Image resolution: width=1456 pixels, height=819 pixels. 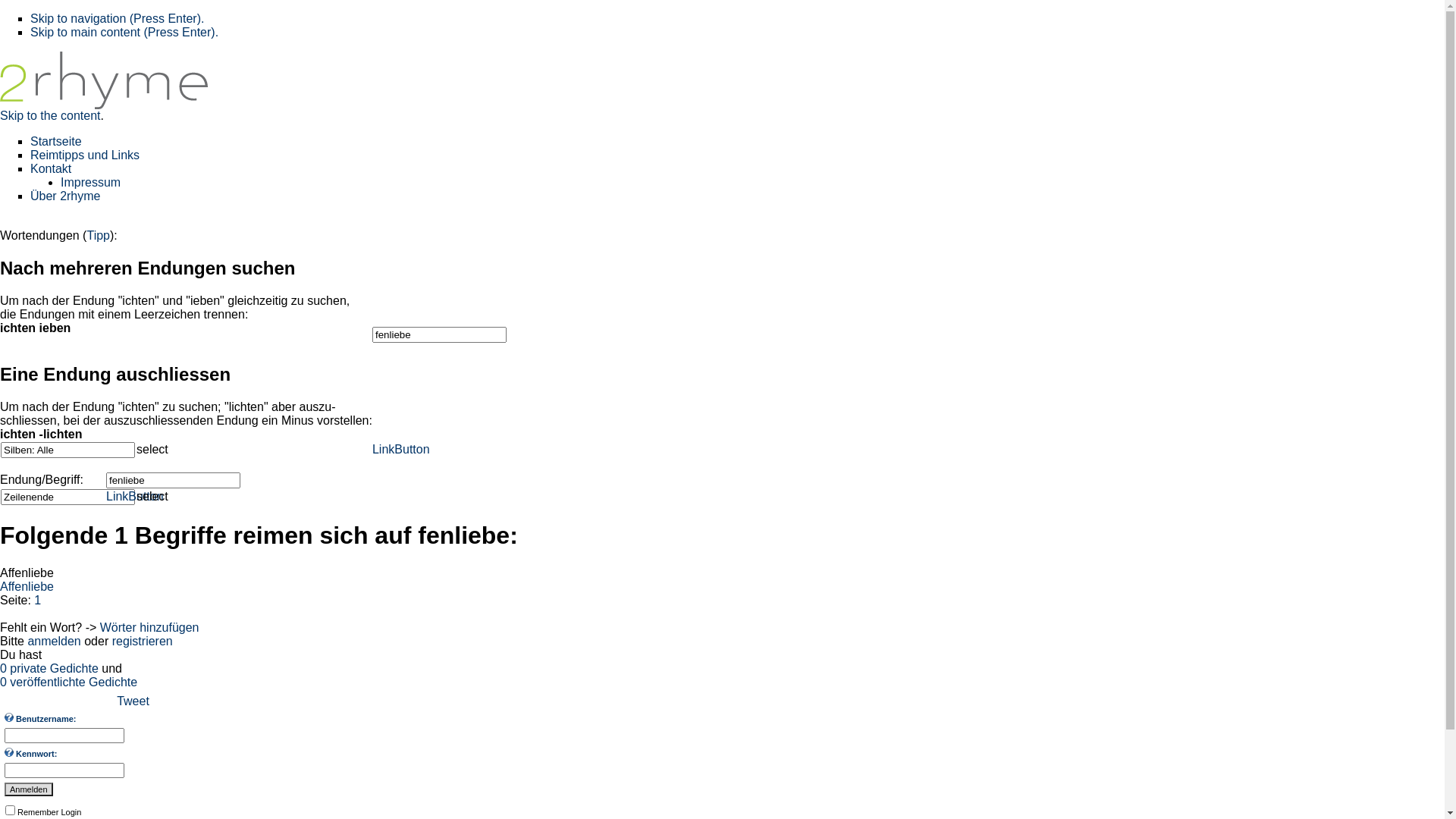 What do you see at coordinates (83, 155) in the screenshot?
I see `'Reimtipps und Links'` at bounding box center [83, 155].